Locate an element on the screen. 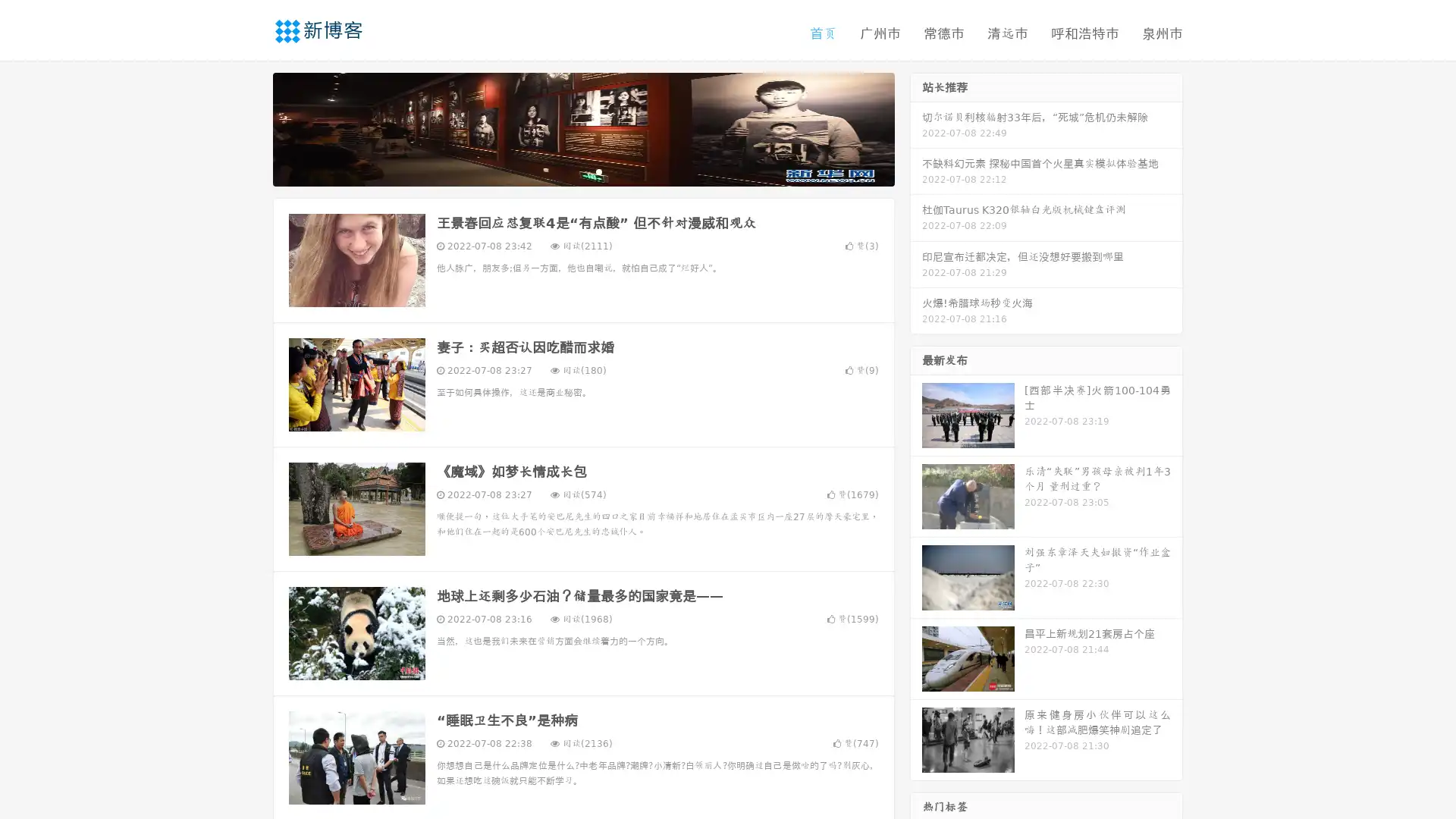 This screenshot has width=1456, height=819. Next slide is located at coordinates (916, 127).